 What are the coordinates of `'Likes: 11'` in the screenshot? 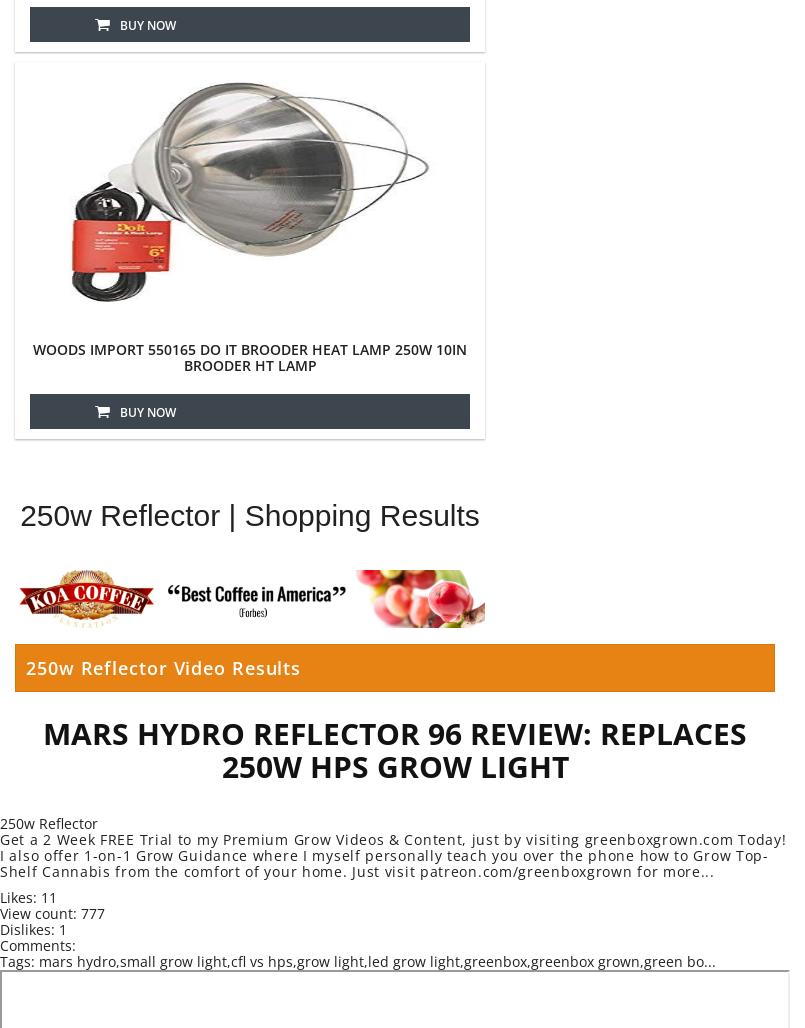 It's located at (28, 896).